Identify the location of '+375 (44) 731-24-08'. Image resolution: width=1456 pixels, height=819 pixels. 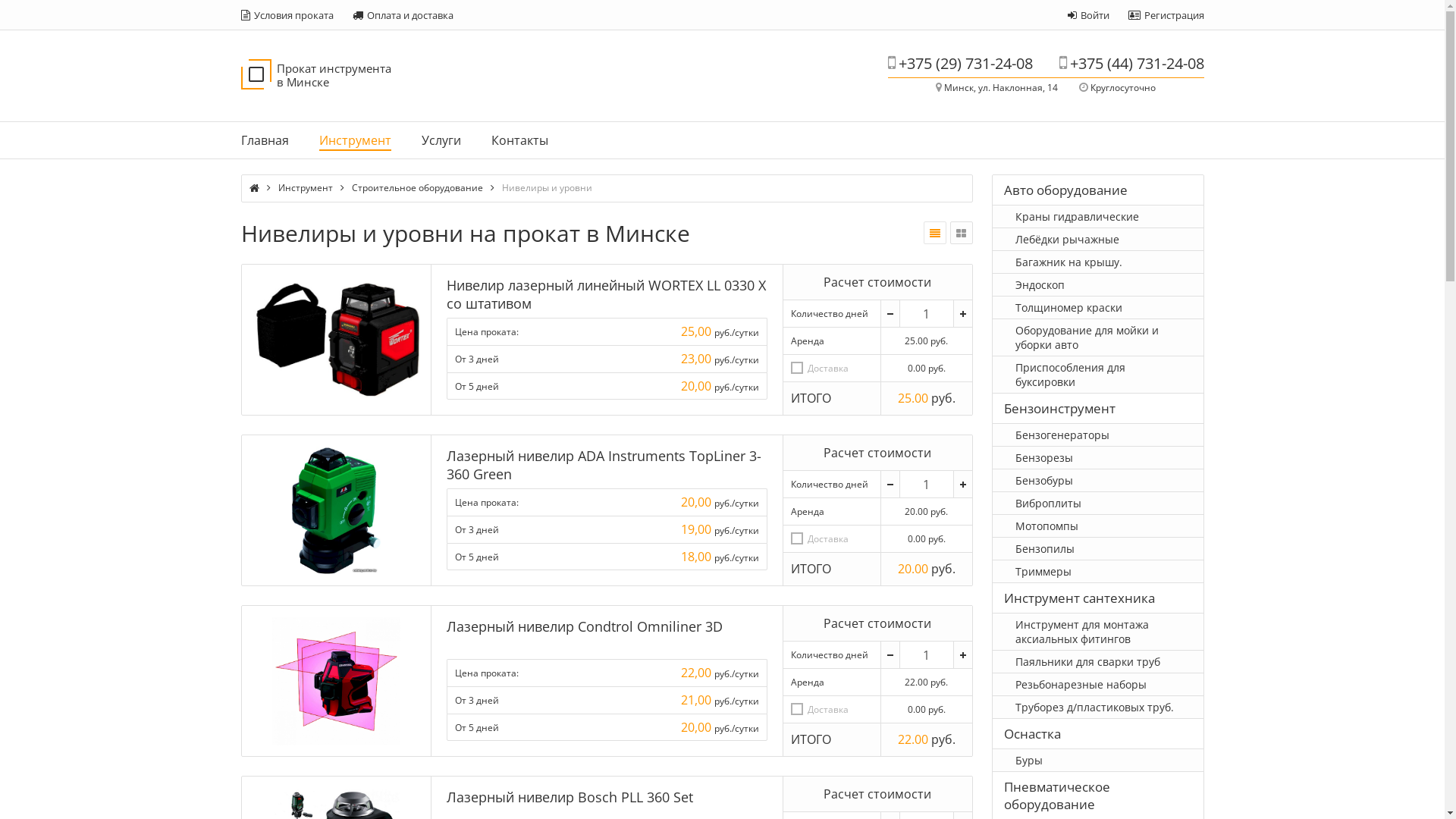
(1131, 62).